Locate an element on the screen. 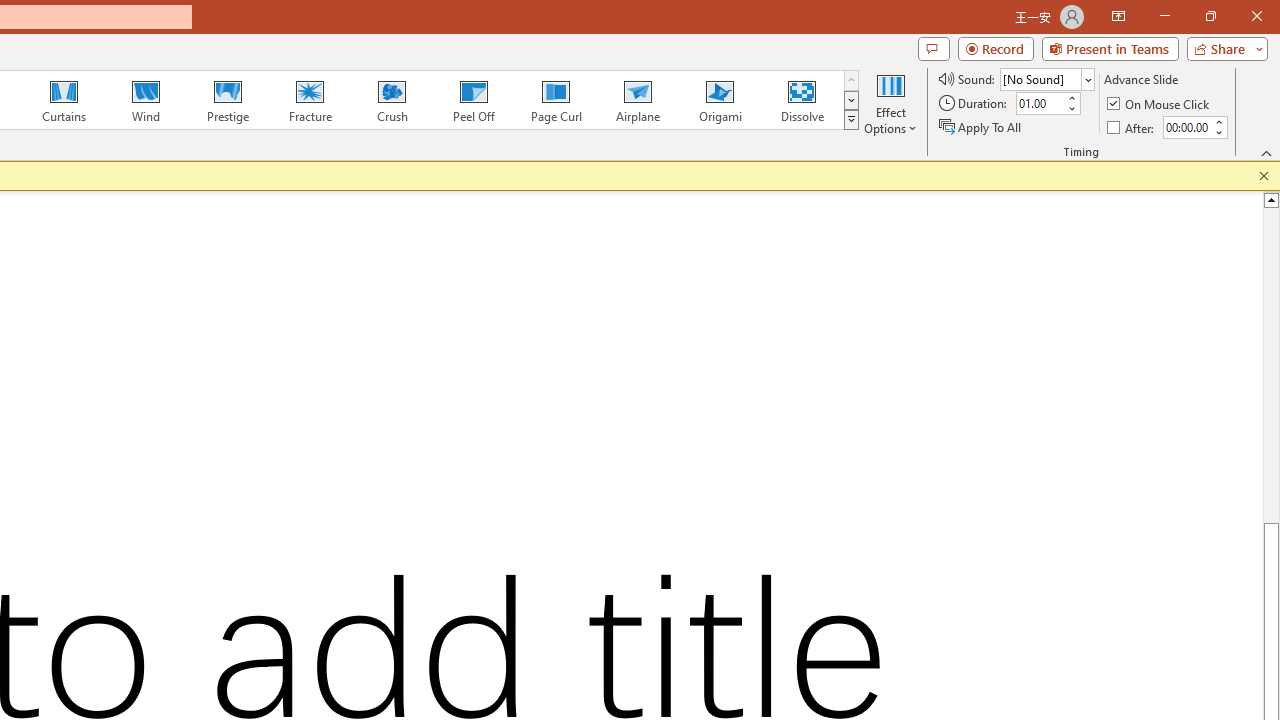  'Transition Effects' is located at coordinates (851, 120).